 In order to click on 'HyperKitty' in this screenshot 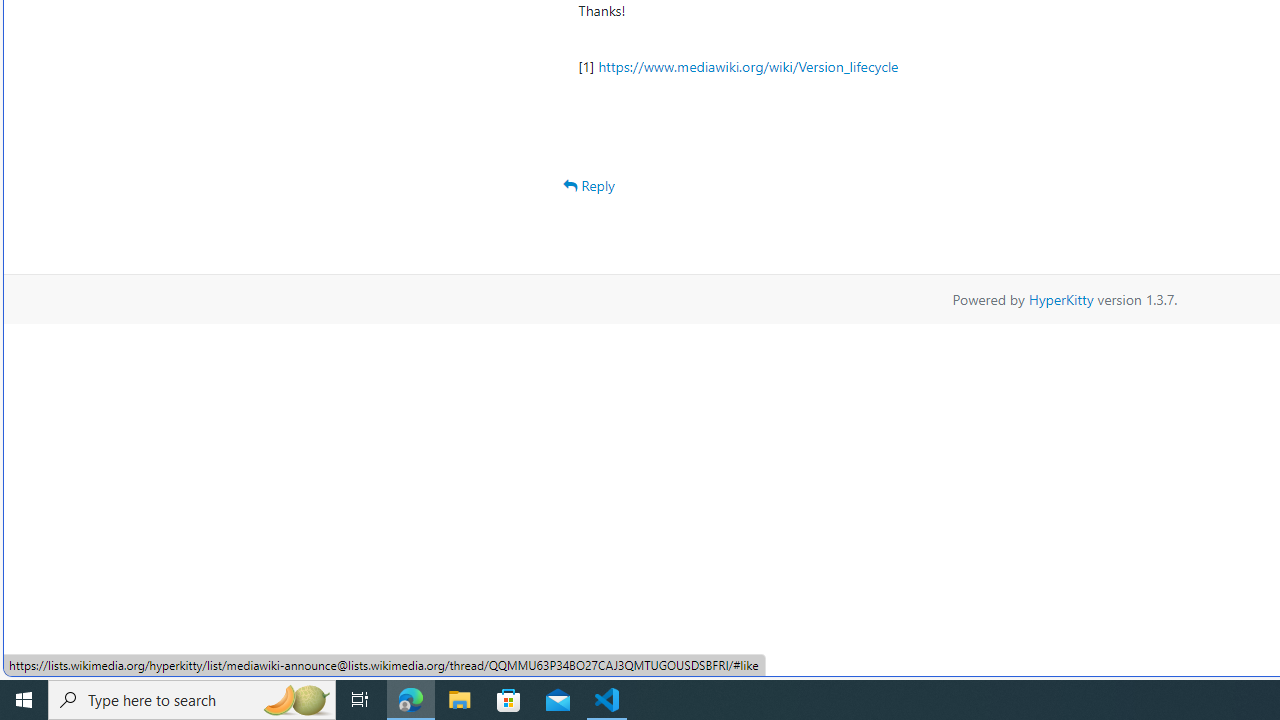, I will do `click(1060, 298)`.